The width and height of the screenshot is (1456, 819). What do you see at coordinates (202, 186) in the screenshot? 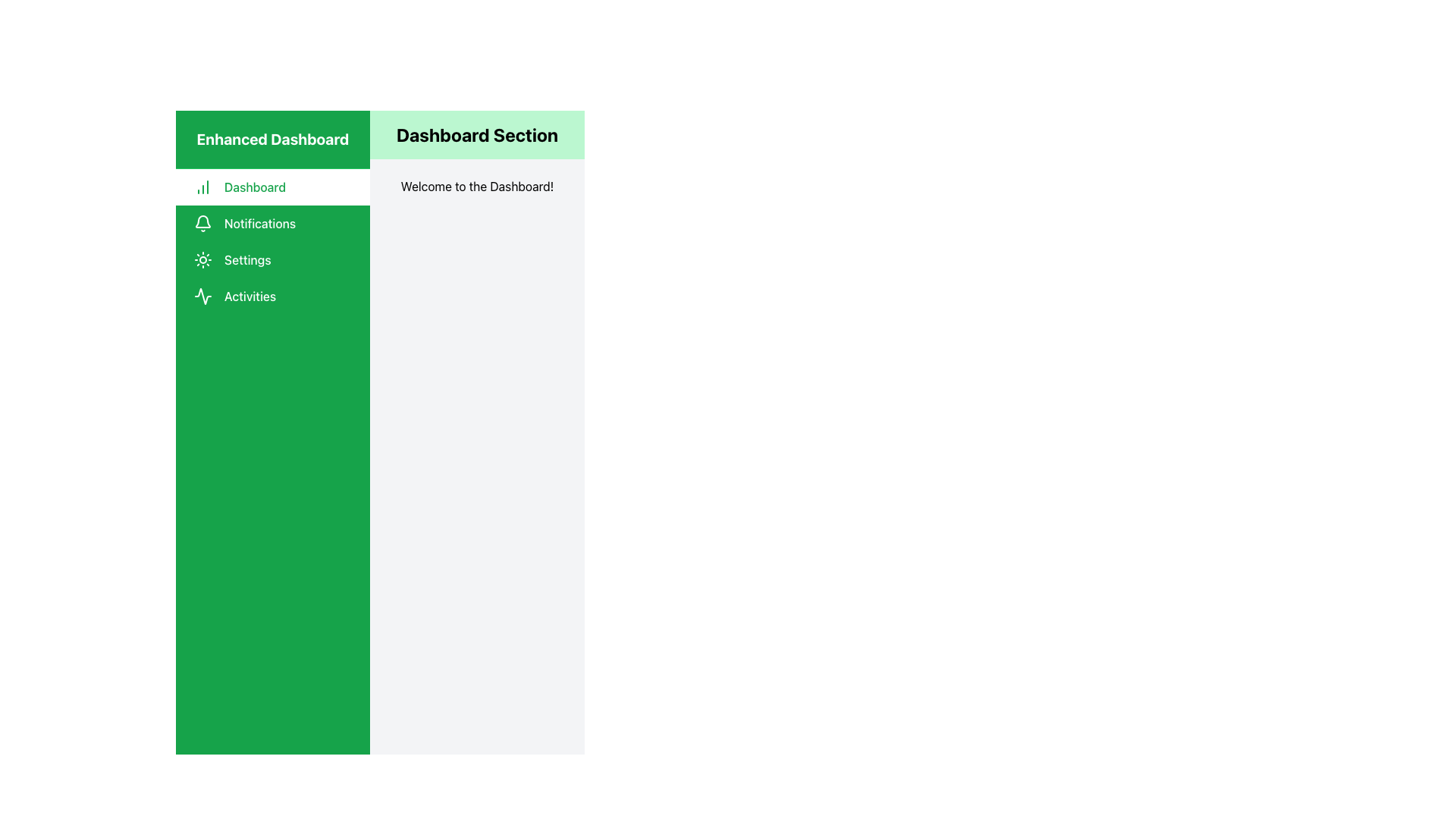
I see `the chart icon outlined in green located to the left of the 'Dashboard' text label in the sidebar menu` at bounding box center [202, 186].